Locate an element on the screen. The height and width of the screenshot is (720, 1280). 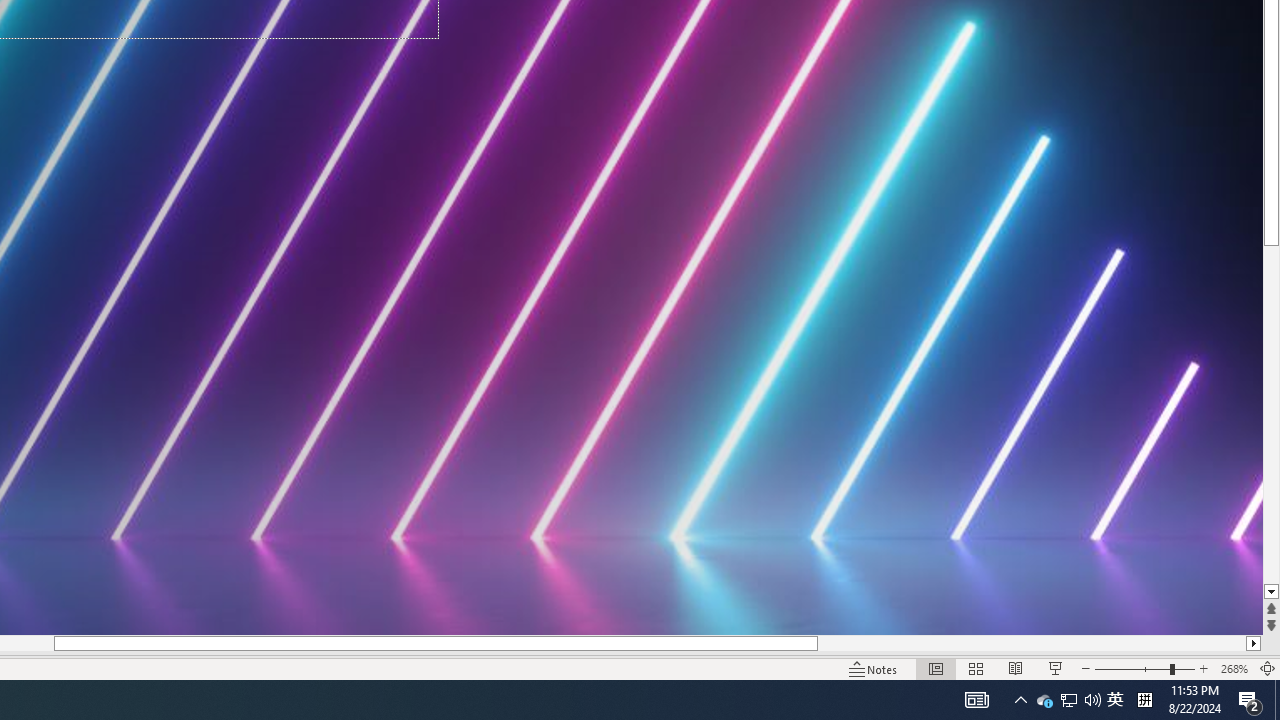
'Slide Sorter' is located at coordinates (976, 669).